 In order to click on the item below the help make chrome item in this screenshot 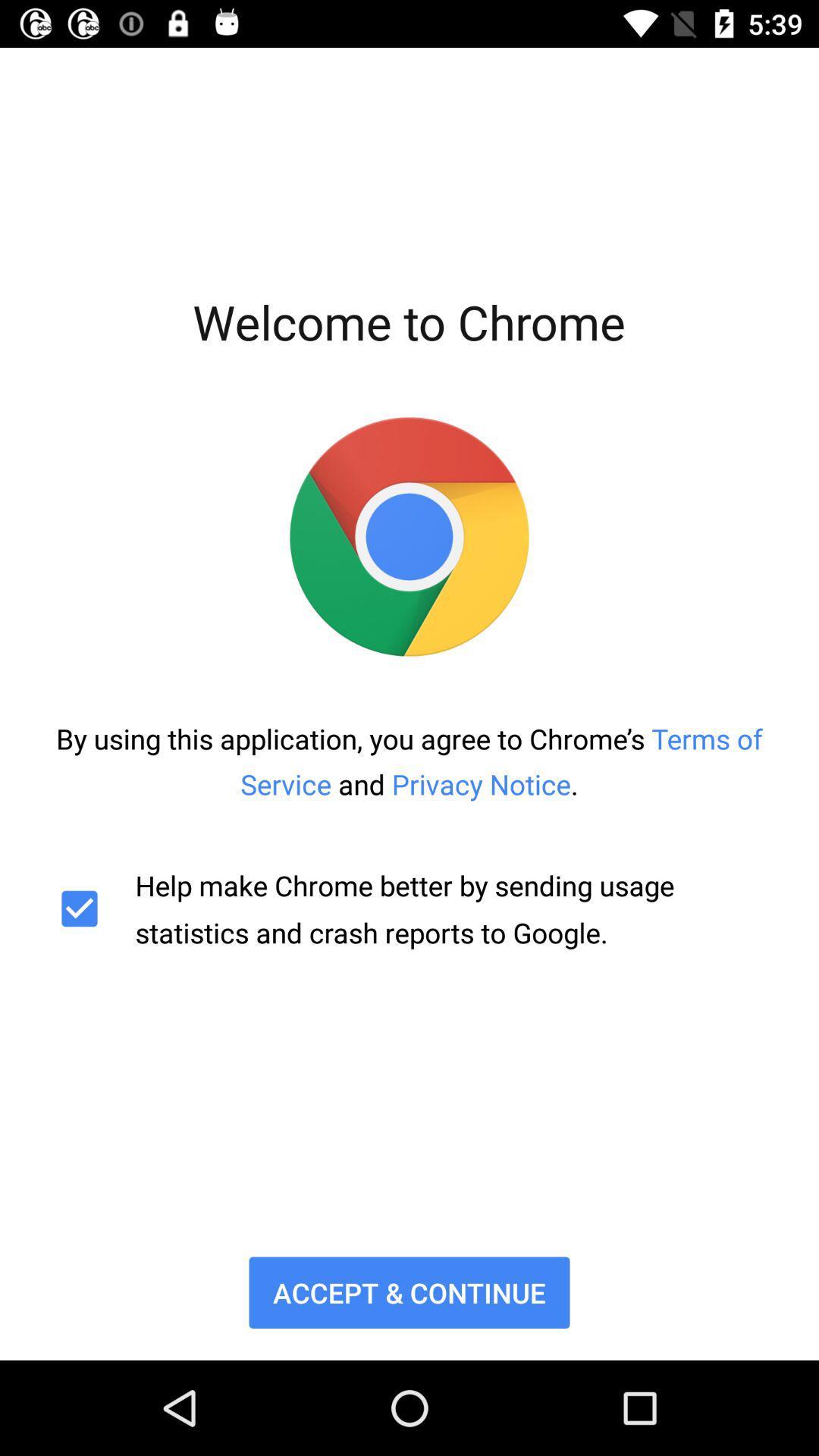, I will do `click(409, 1291)`.